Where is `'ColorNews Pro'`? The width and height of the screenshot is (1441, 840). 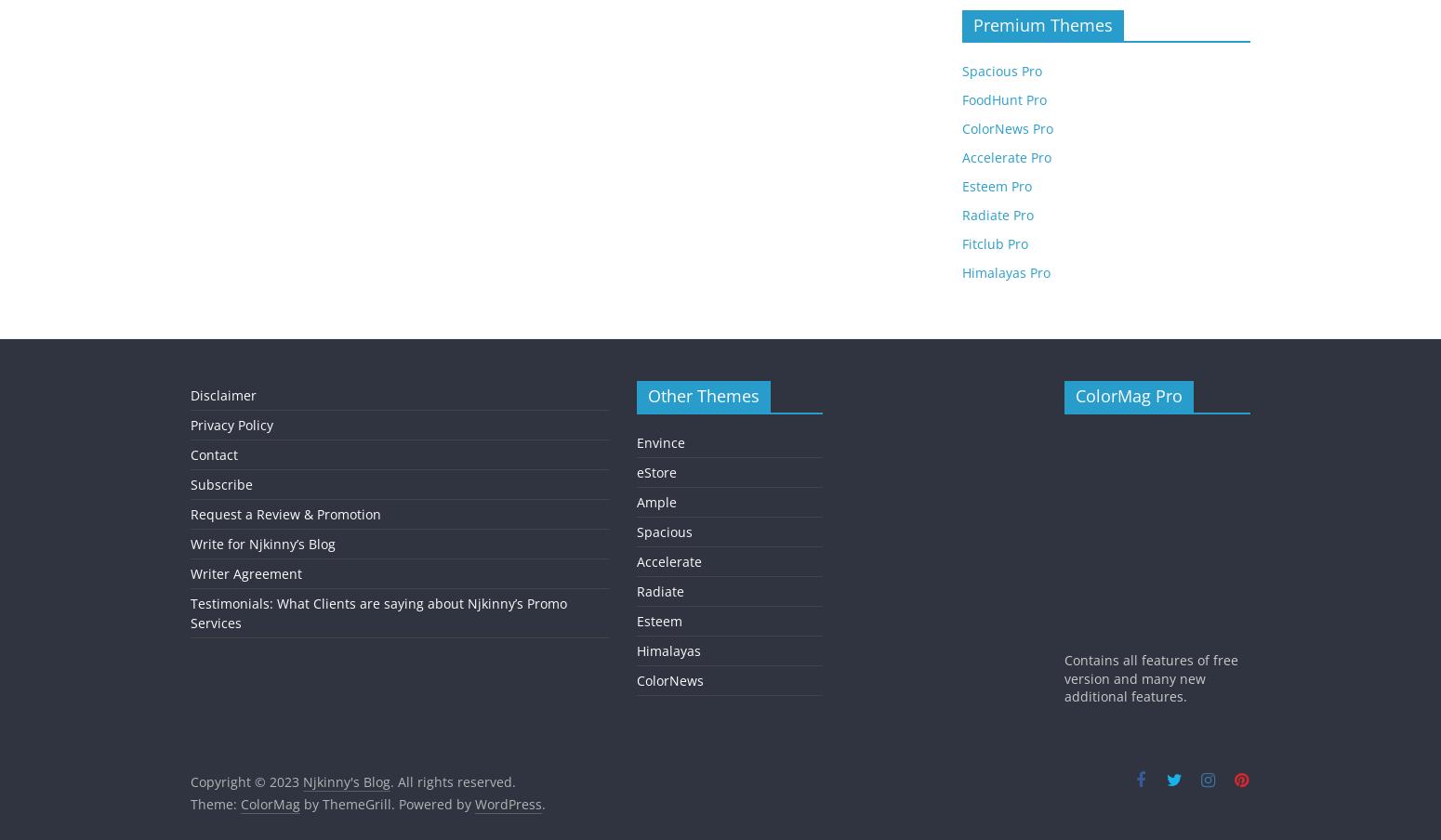
'ColorNews Pro' is located at coordinates (1008, 127).